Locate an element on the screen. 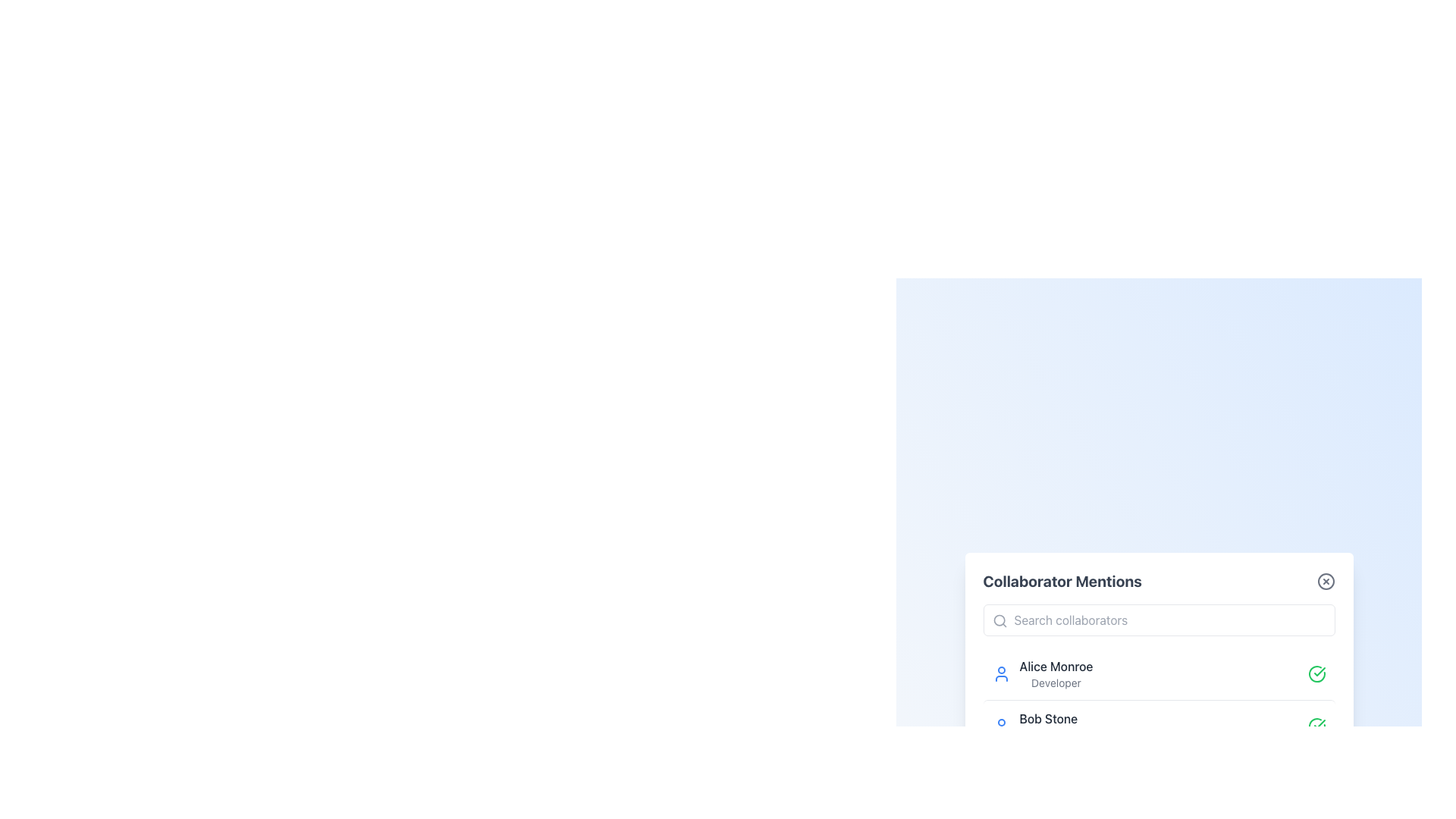 The height and width of the screenshot is (819, 1456). the circular 'X' button located in the upper-right corner of the 'Collaborator Mentions' panel is located at coordinates (1325, 581).